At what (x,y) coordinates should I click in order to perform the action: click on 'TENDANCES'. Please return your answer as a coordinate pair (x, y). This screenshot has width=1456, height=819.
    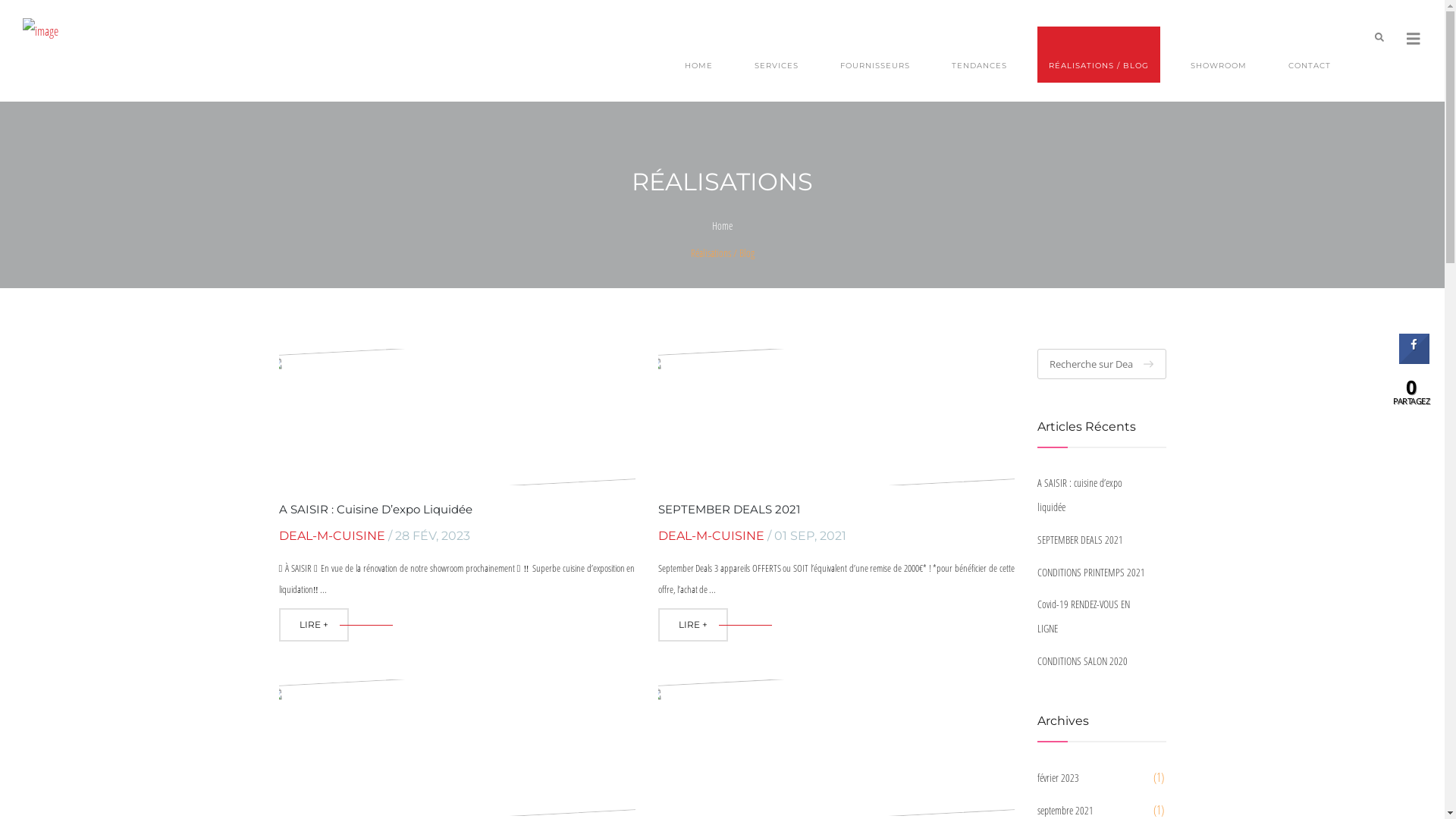
    Looking at the image, I should click on (979, 54).